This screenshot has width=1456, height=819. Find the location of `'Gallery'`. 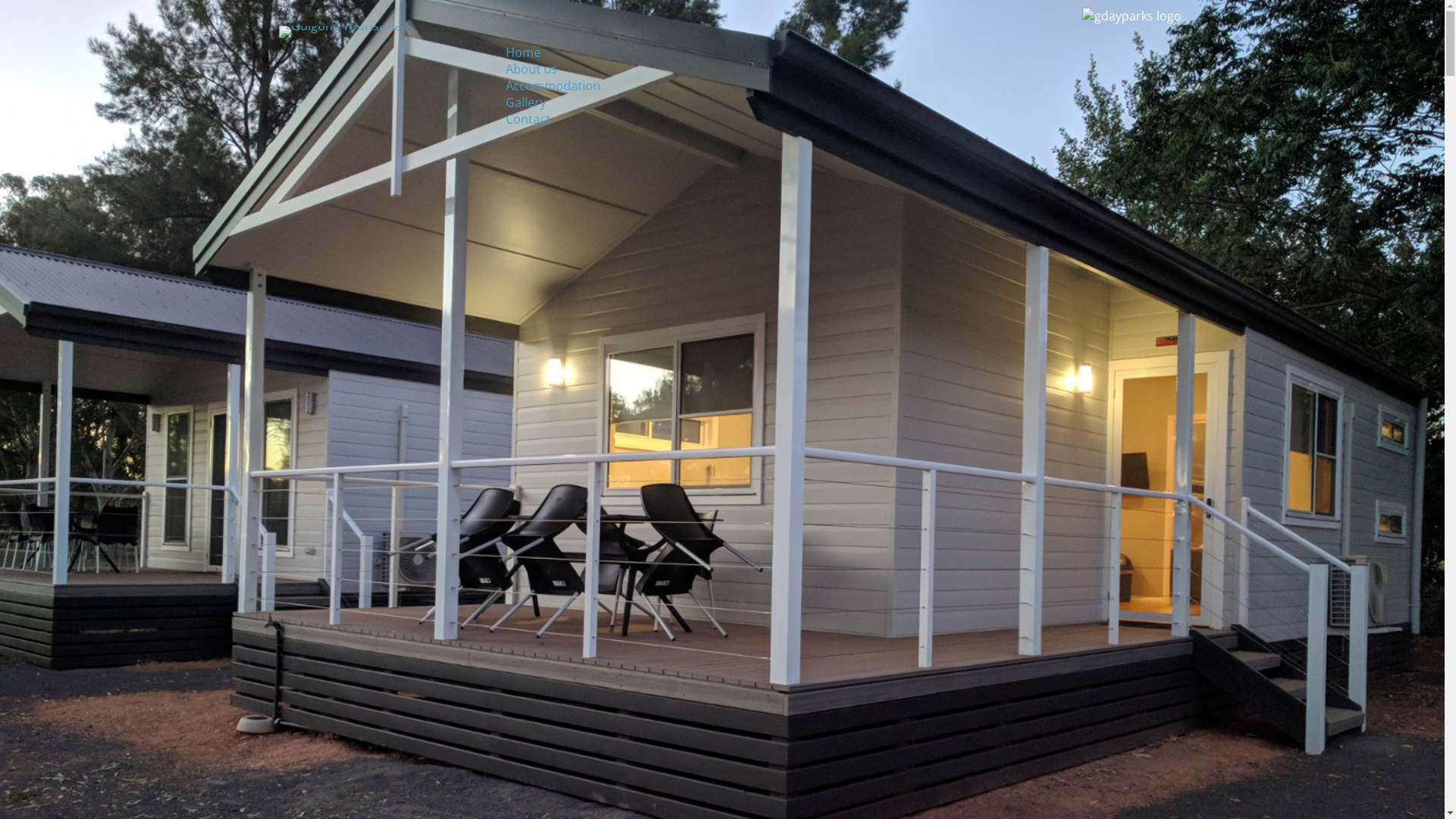

'Gallery' is located at coordinates (526, 102).